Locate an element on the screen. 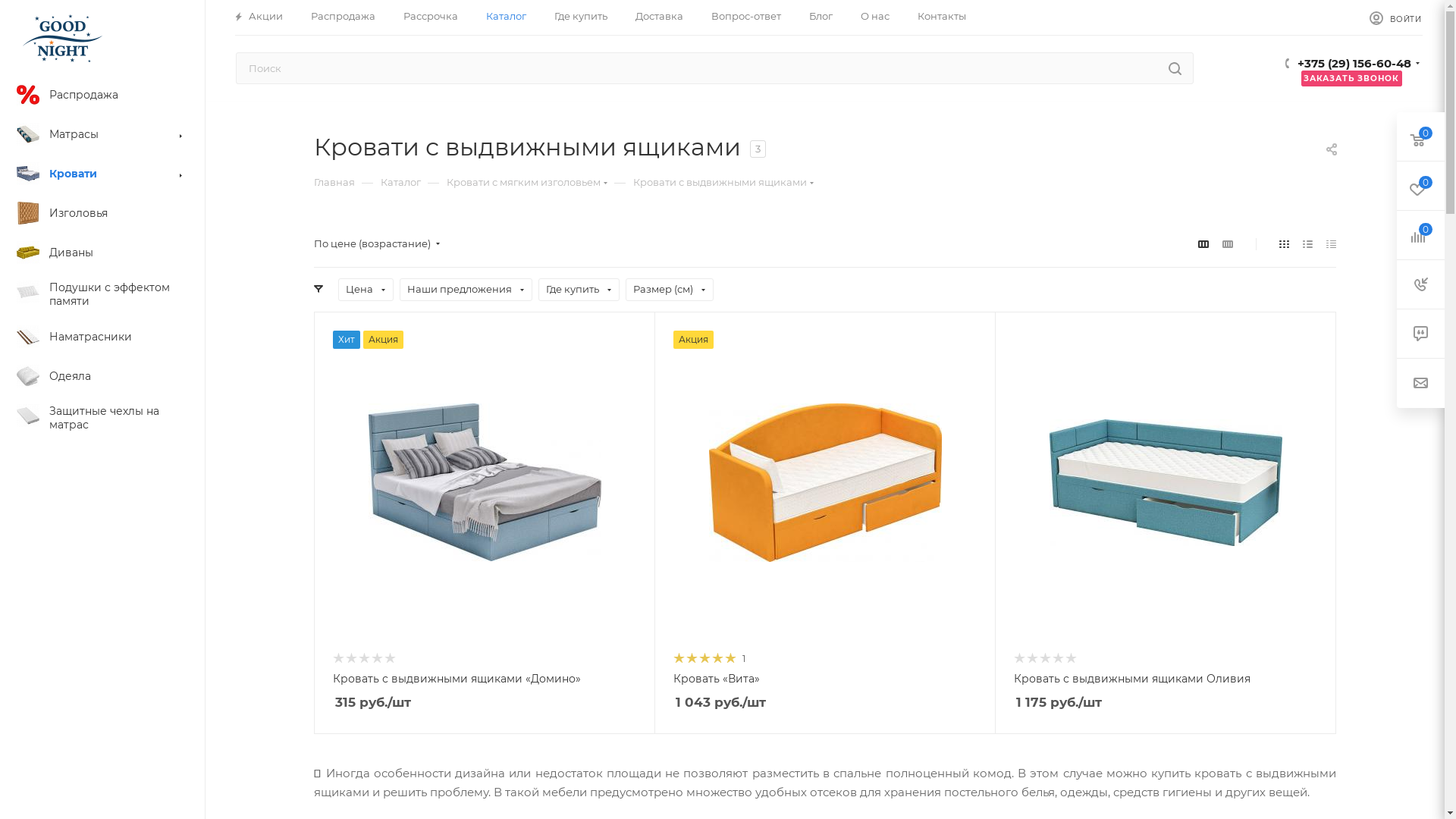  '+375 (29) 156-60-48' is located at coordinates (1354, 64).